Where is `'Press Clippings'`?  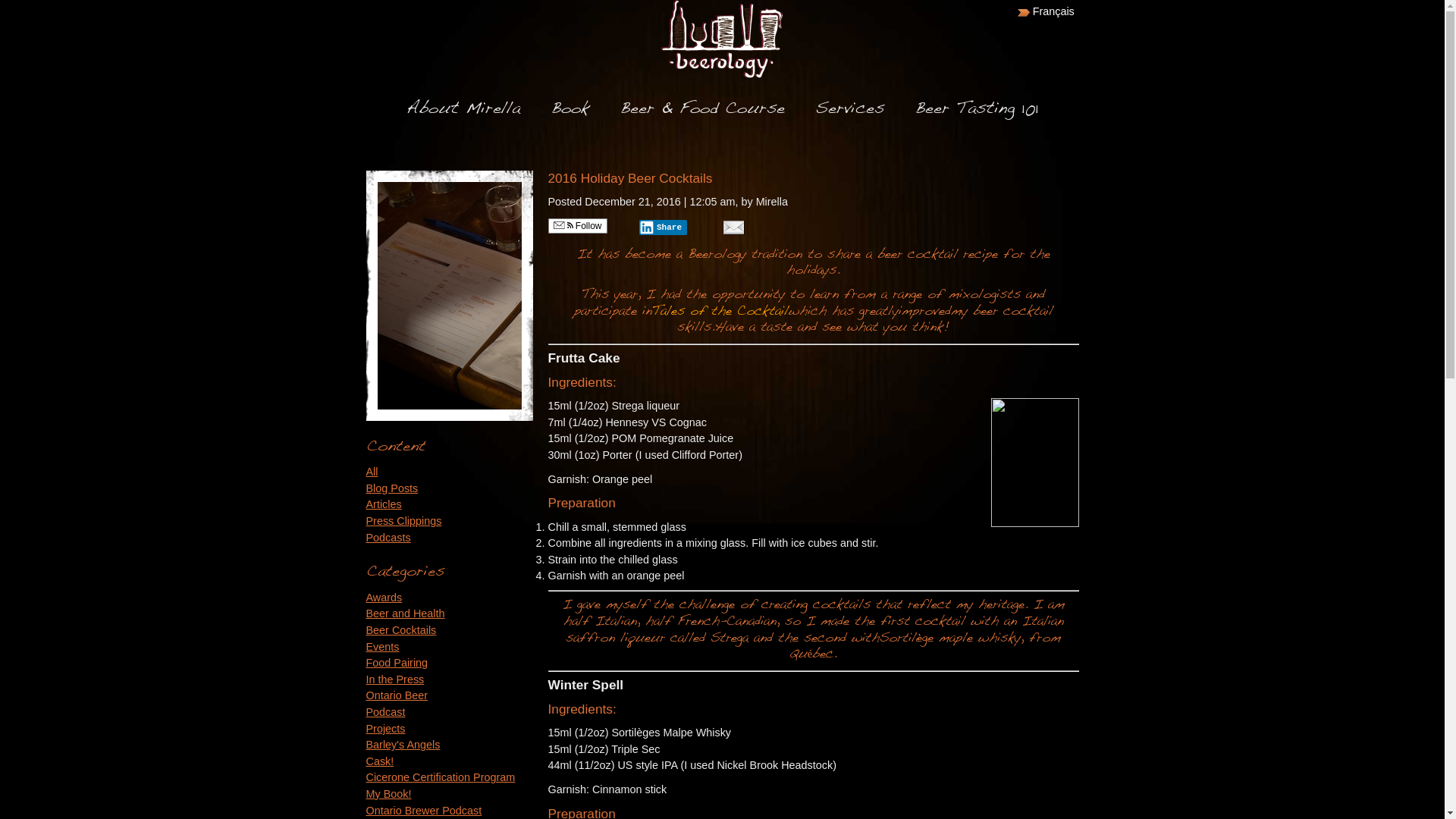 'Press Clippings' is located at coordinates (365, 519).